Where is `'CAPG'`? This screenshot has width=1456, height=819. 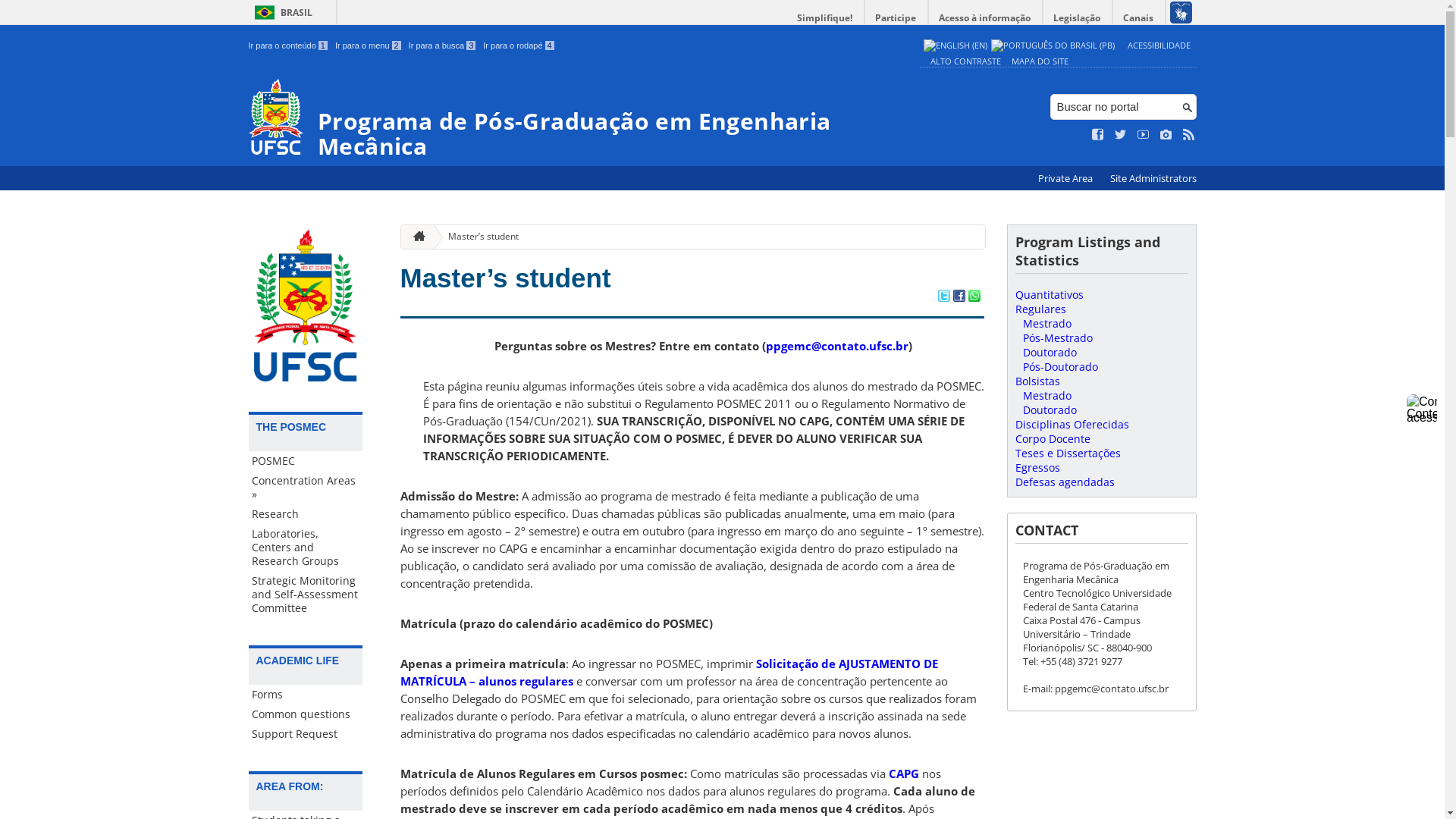
'CAPG' is located at coordinates (903, 773).